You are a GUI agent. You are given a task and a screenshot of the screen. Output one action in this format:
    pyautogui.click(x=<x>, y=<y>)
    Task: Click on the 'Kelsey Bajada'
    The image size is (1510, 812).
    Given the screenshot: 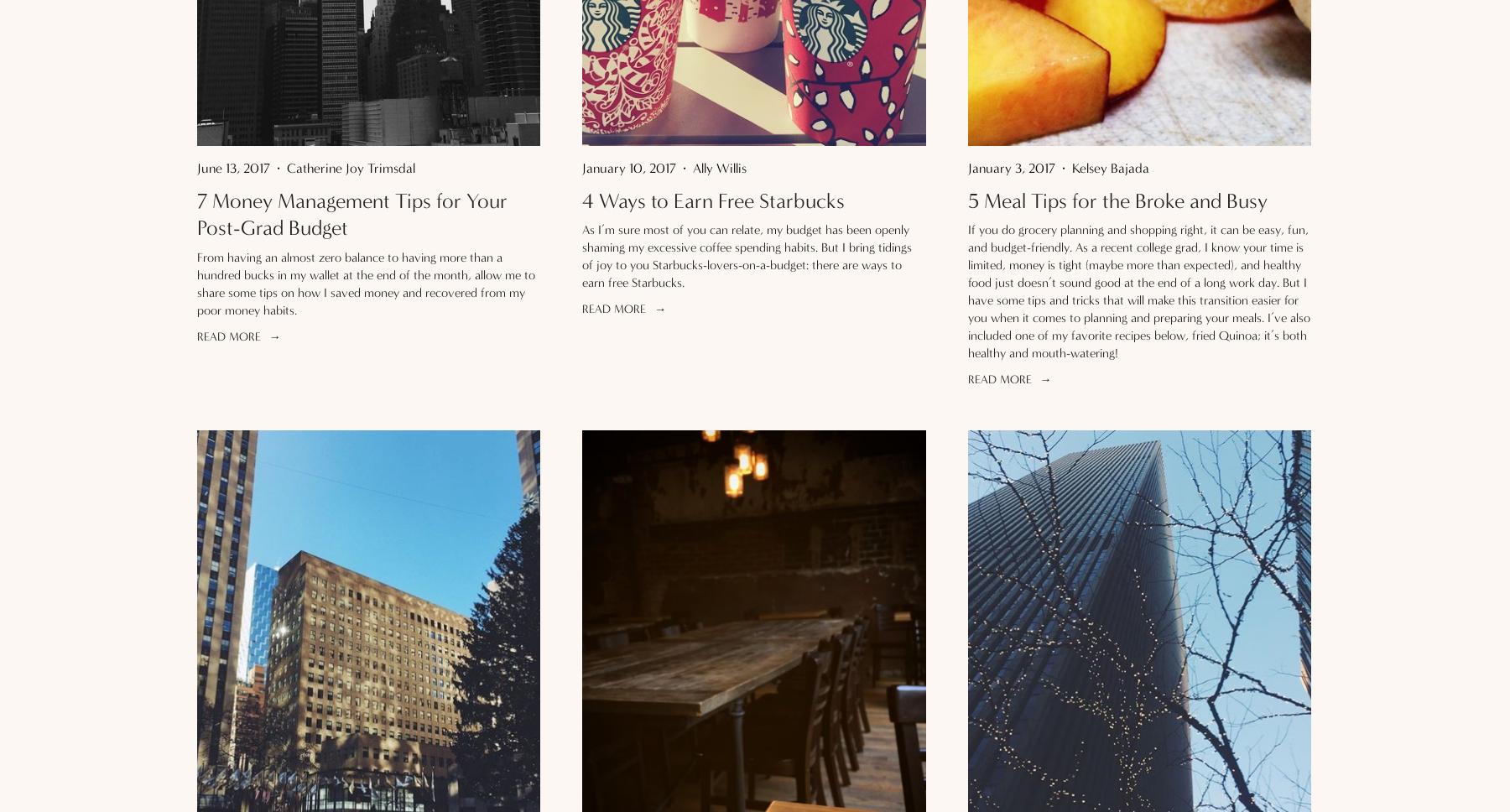 What is the action you would take?
    pyautogui.click(x=1110, y=167)
    